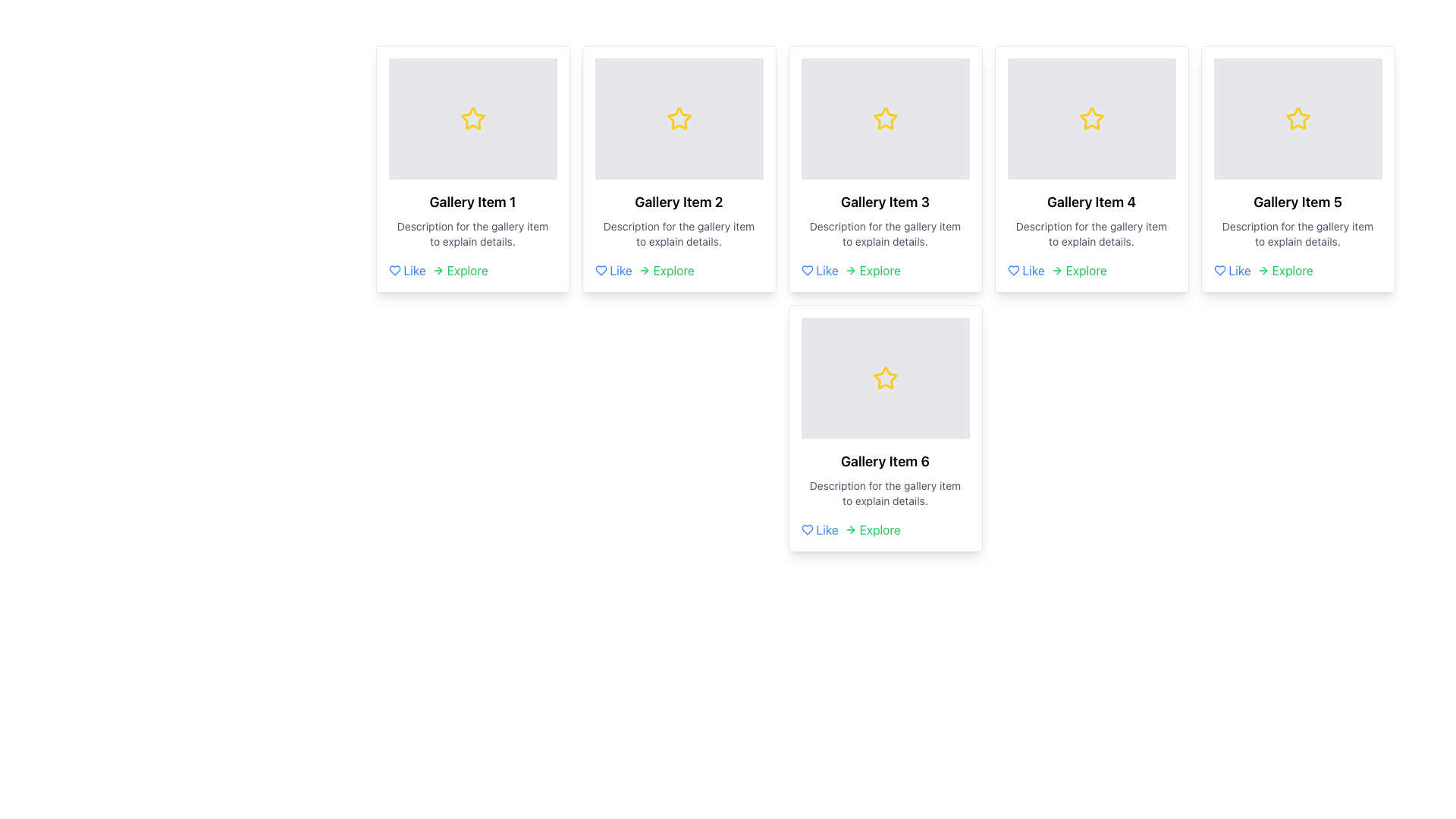 This screenshot has height=819, width=1456. What do you see at coordinates (394, 270) in the screenshot?
I see `the heart icon` at bounding box center [394, 270].